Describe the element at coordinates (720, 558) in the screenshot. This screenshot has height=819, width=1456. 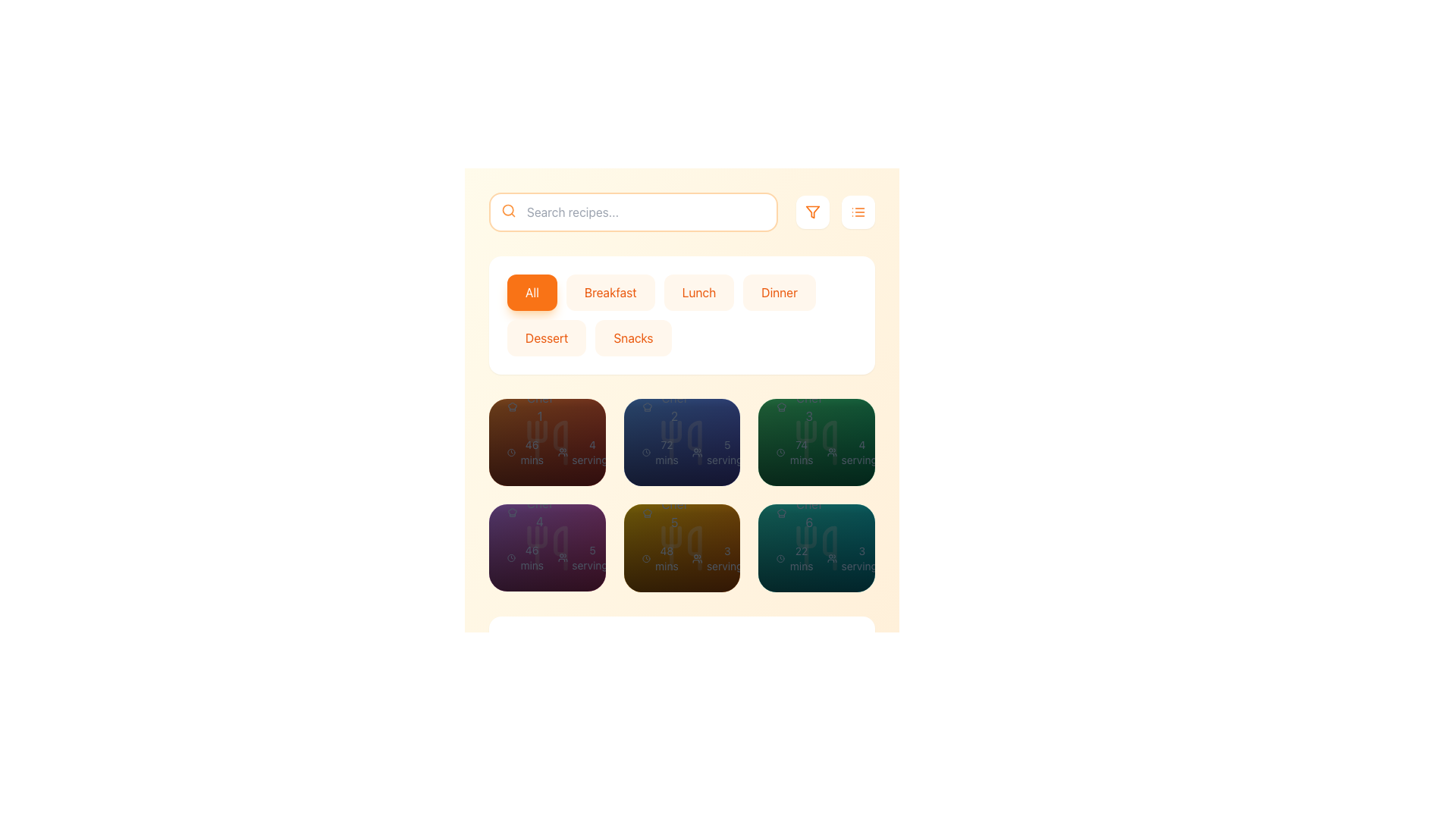
I see `the text element displaying '3 servings', which is styled in a small font and positioned near a group icon, to interact with it` at that location.